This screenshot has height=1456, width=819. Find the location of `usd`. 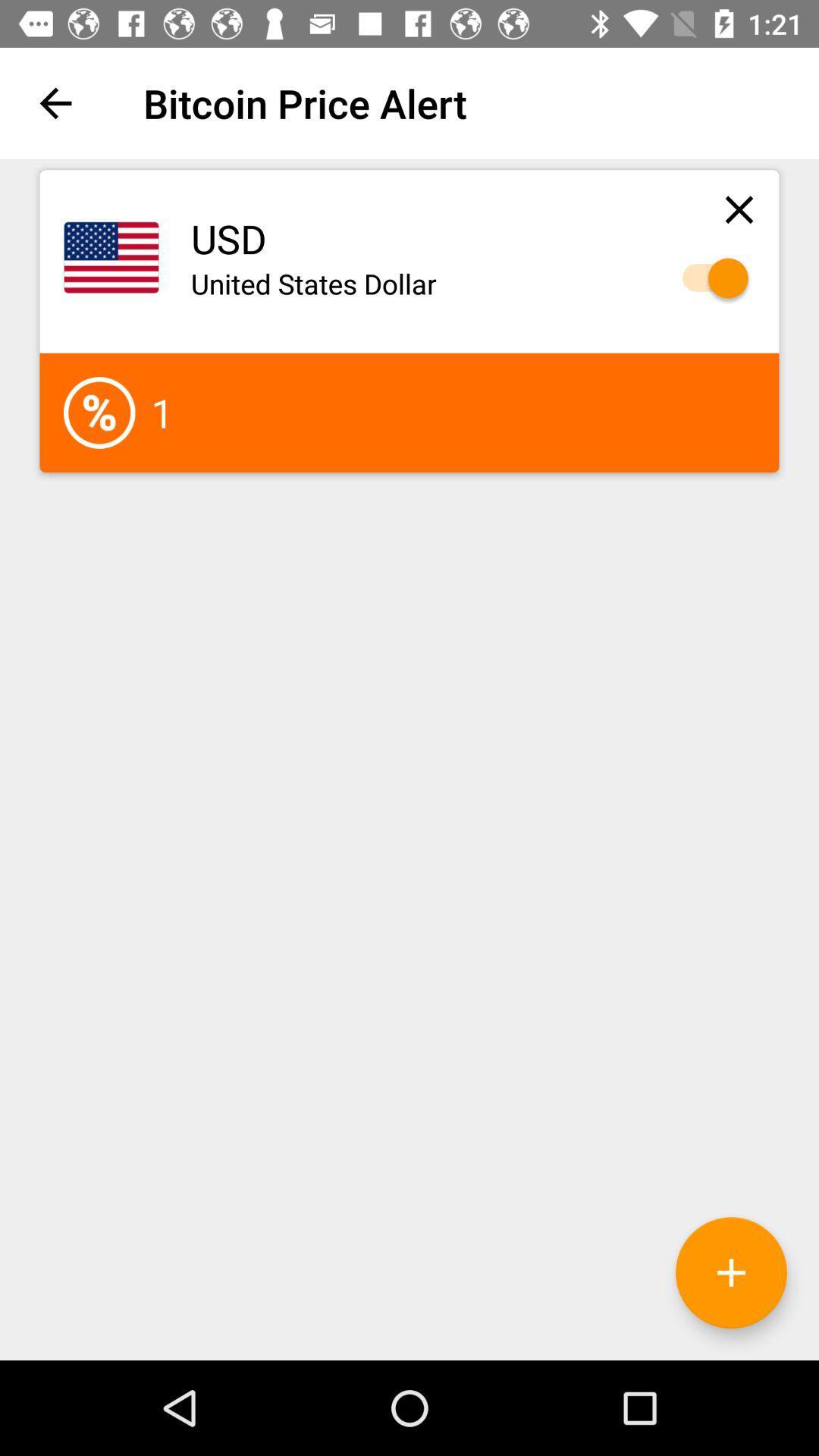

usd is located at coordinates (708, 278).